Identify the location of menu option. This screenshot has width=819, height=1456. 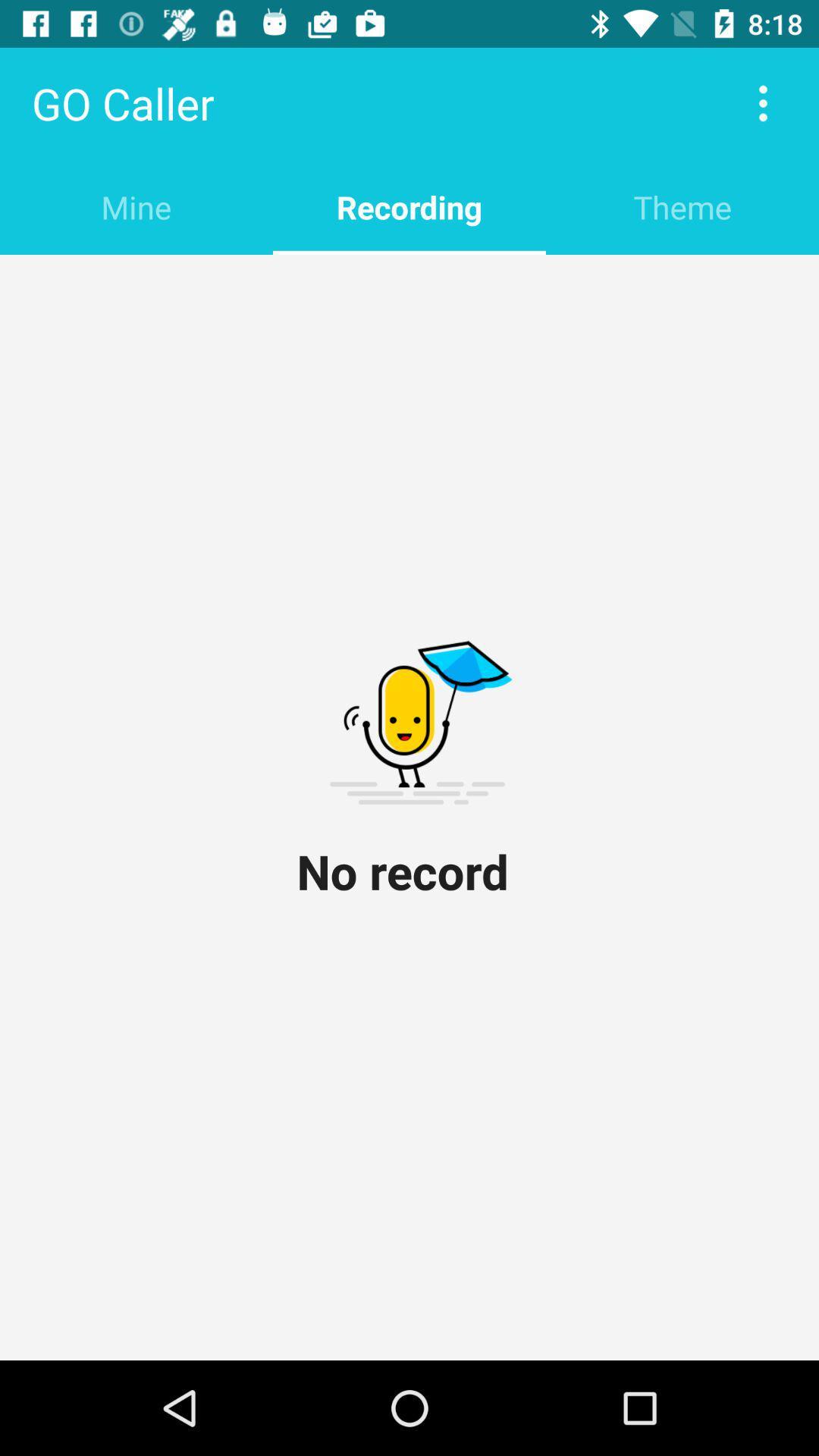
(763, 102).